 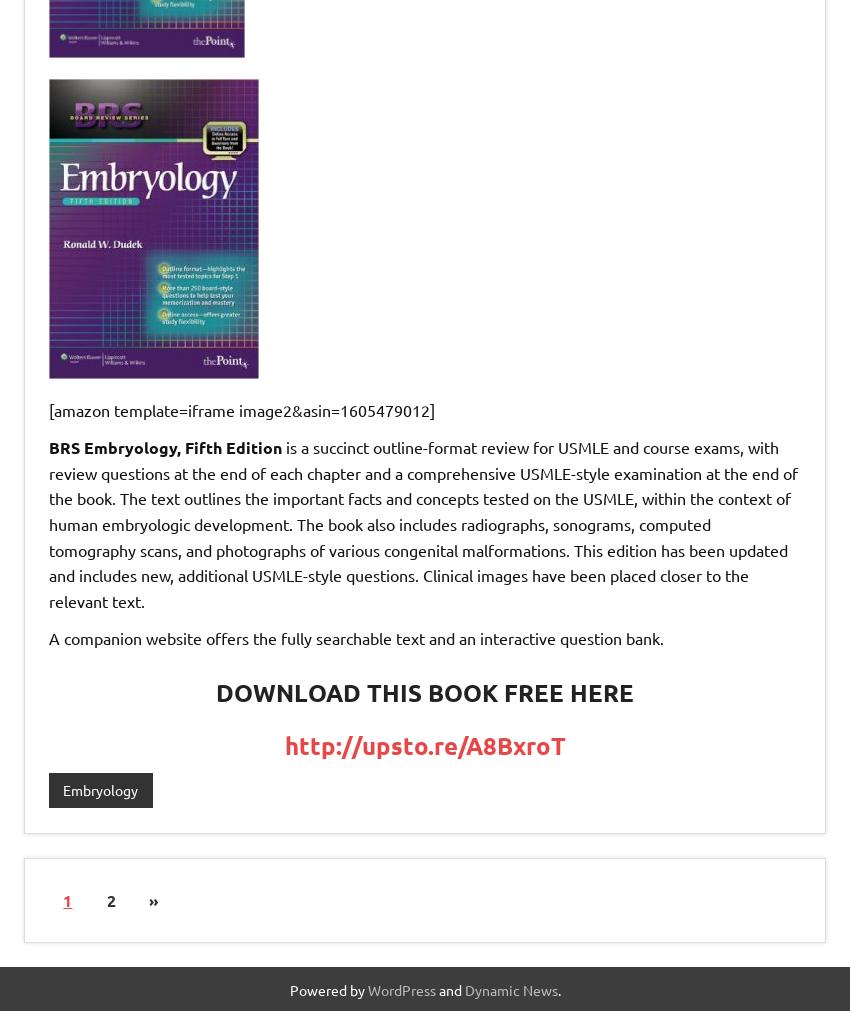 I want to click on '[amazon template=iframe image2&asin=1605479012]', so click(x=241, y=407).